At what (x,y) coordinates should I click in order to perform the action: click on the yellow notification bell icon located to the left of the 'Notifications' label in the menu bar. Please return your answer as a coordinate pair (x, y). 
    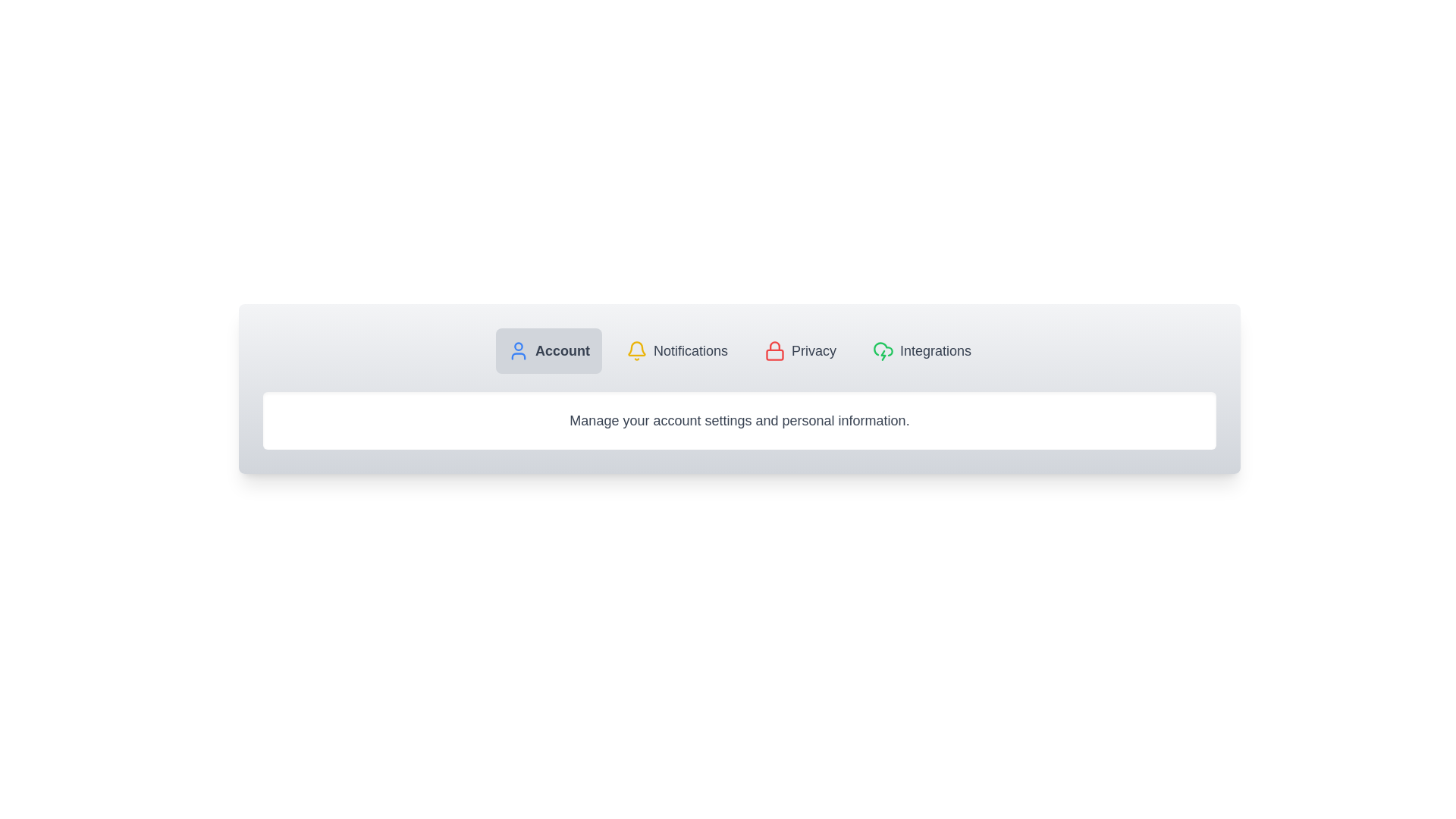
    Looking at the image, I should click on (637, 350).